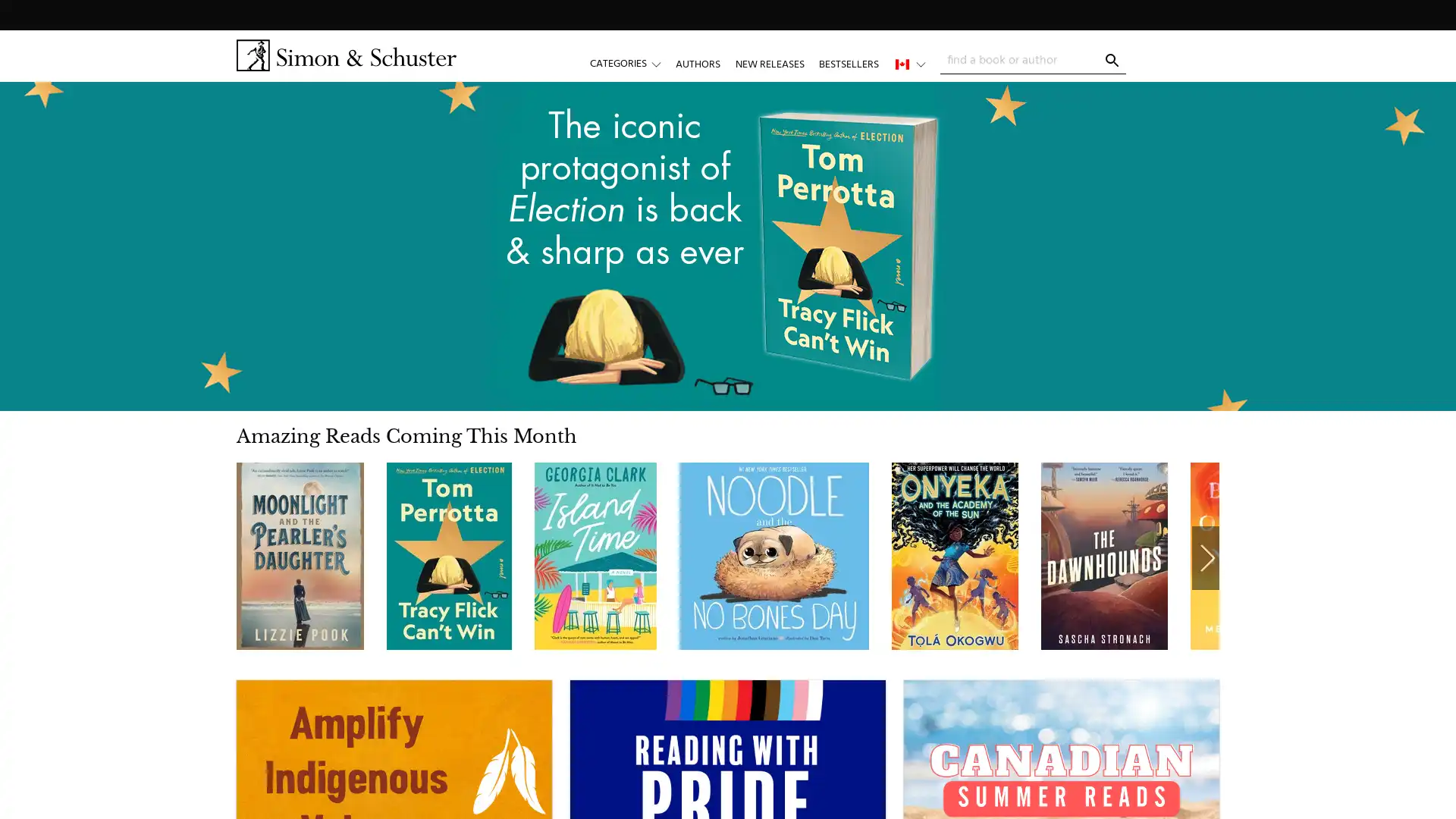 The height and width of the screenshot is (819, 1456). Describe the element at coordinates (345, 55) in the screenshot. I see `Simon & Schuster Logo` at that location.